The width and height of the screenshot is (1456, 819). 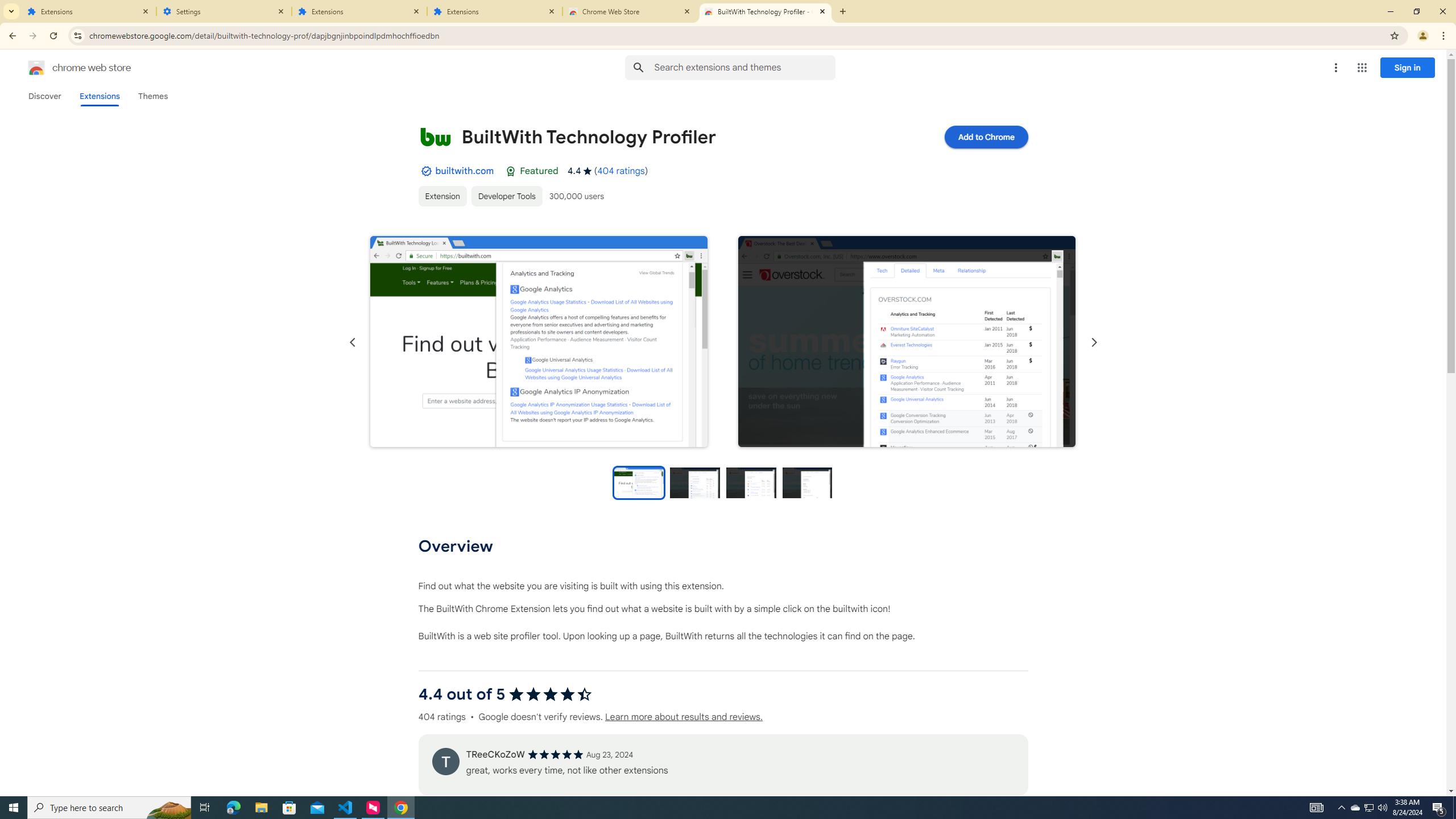 What do you see at coordinates (464, 170) in the screenshot?
I see `'builtwith.com'` at bounding box center [464, 170].